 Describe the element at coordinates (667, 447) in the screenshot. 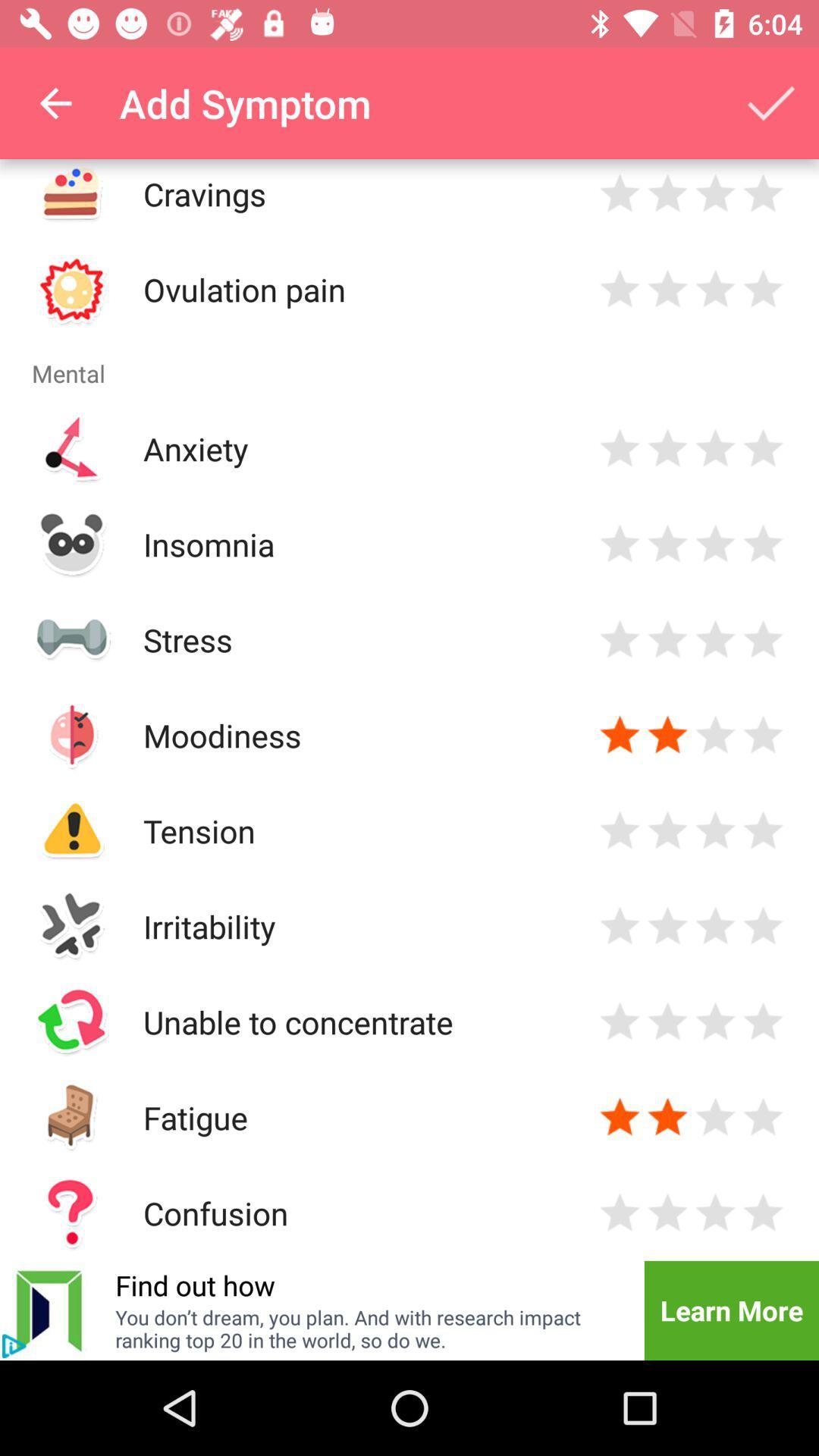

I see `rate symptom` at that location.